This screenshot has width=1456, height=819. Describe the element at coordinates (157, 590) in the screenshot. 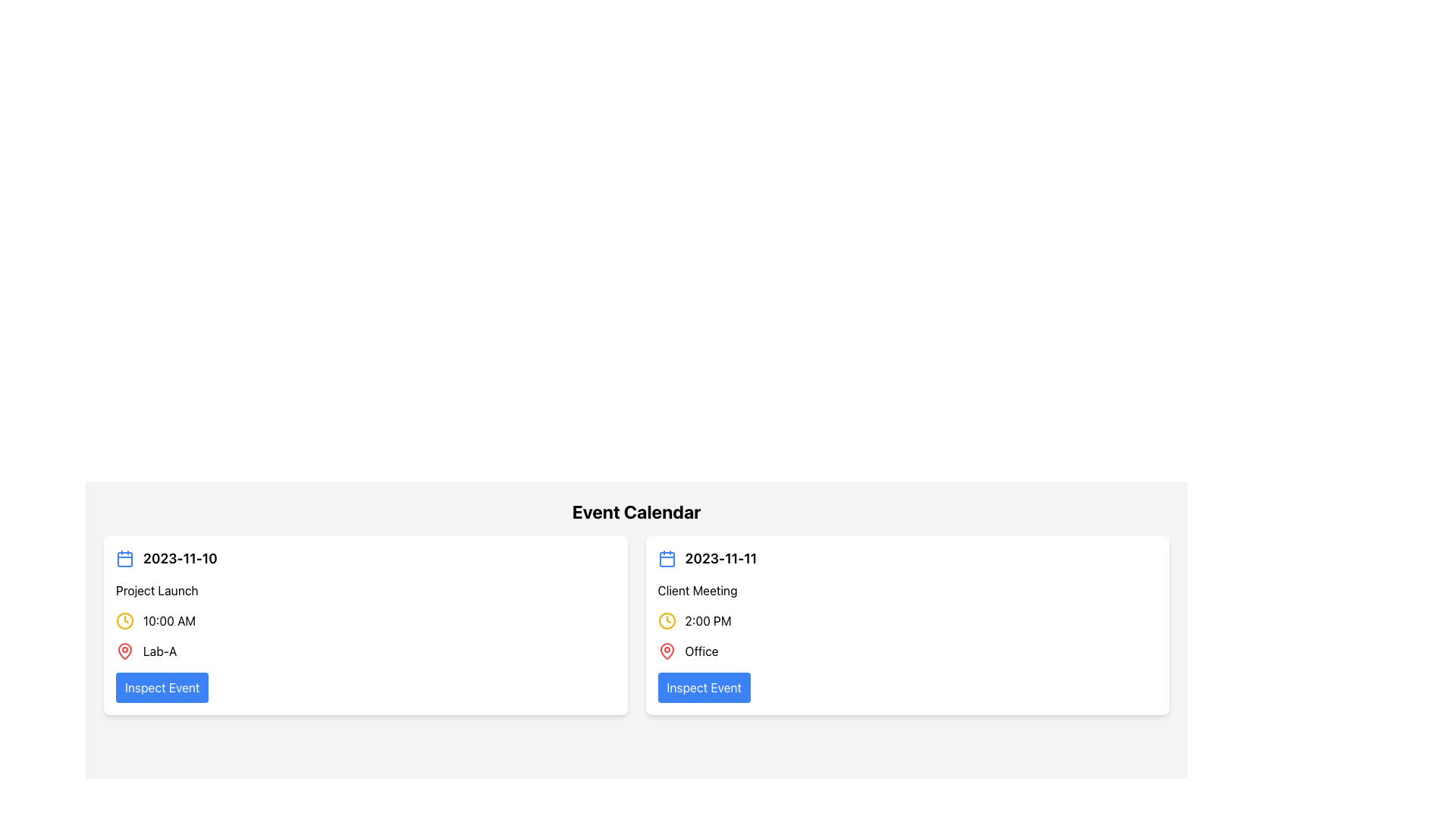

I see `the text label displaying 'Project Launch'` at that location.